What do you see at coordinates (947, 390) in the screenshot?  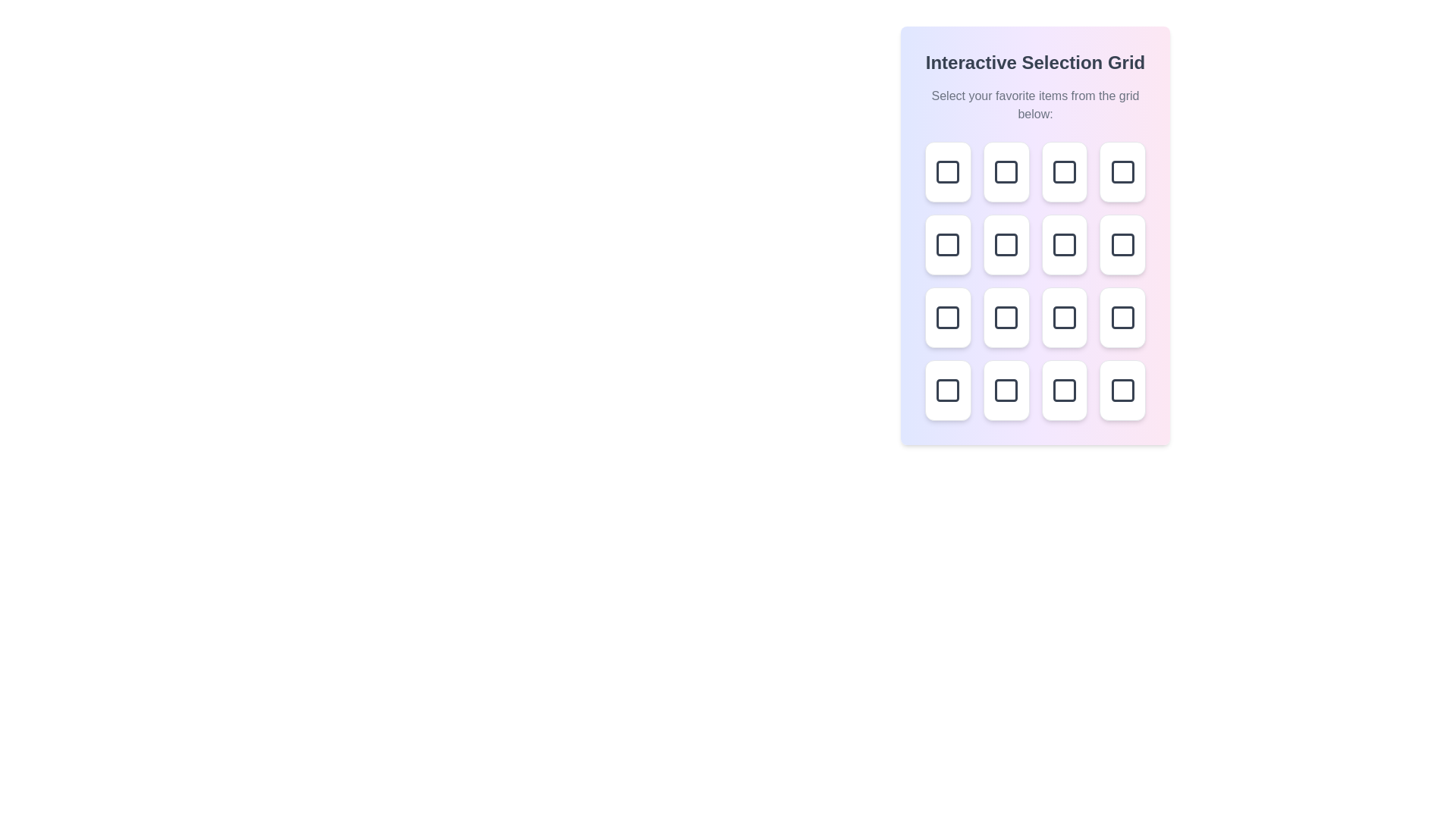 I see `the interactive button located in the bottom-left corner of the grid, which has a white background and a gray border` at bounding box center [947, 390].